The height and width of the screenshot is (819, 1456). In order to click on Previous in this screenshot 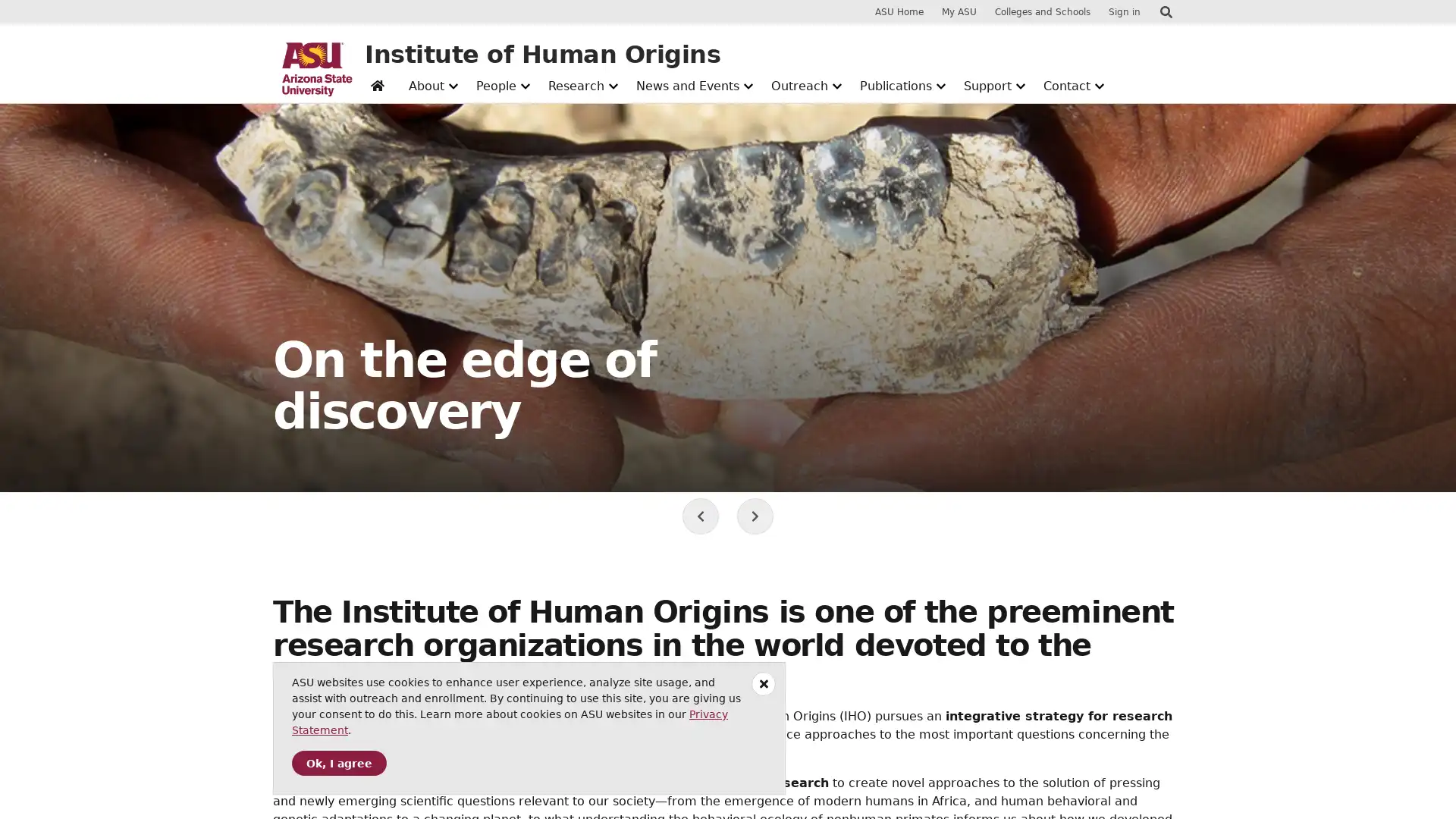, I will do `click(700, 516)`.